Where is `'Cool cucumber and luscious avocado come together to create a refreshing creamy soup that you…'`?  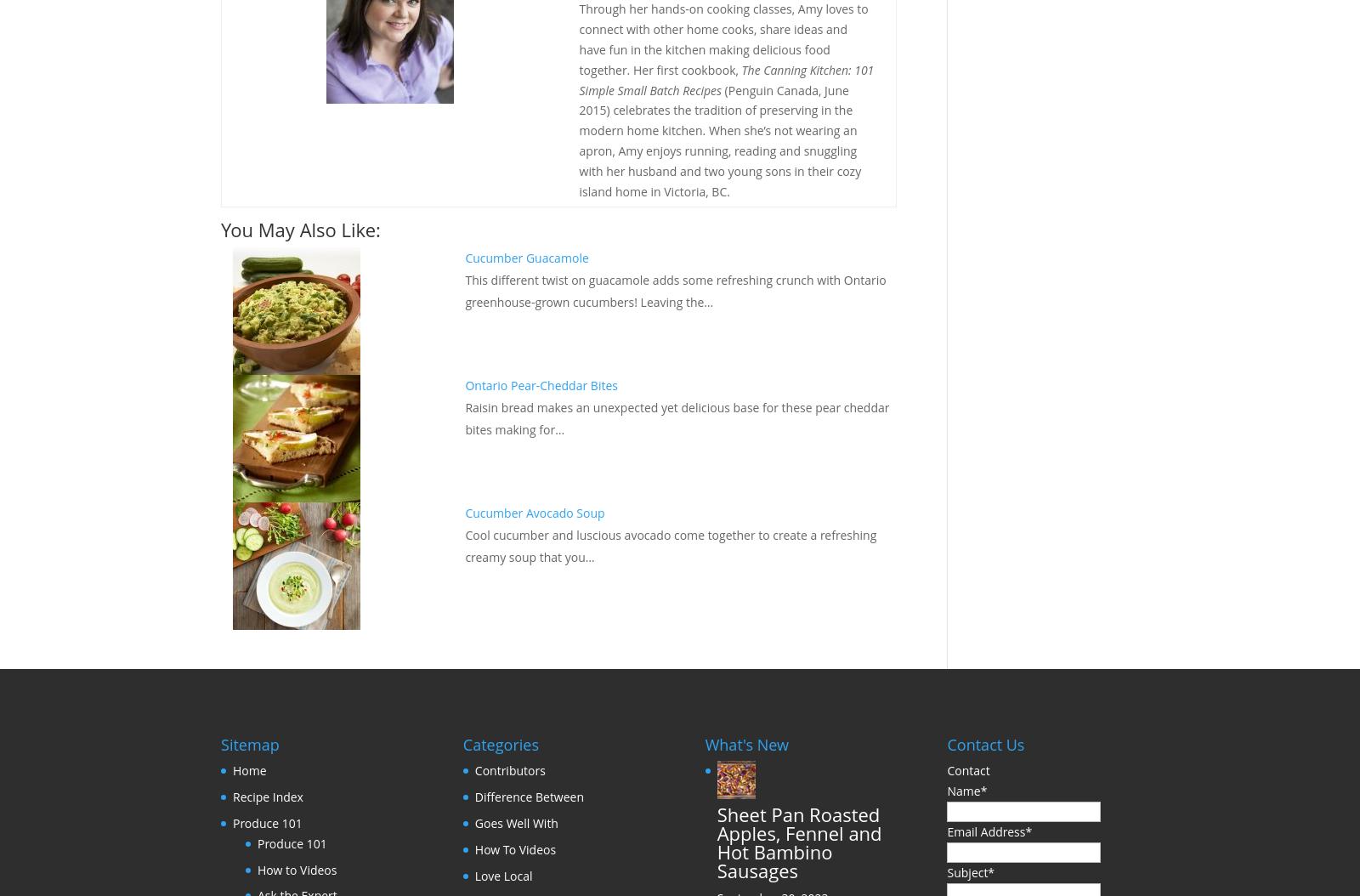 'Cool cucumber and luscious avocado come together to create a refreshing creamy soup that you…' is located at coordinates (670, 546).